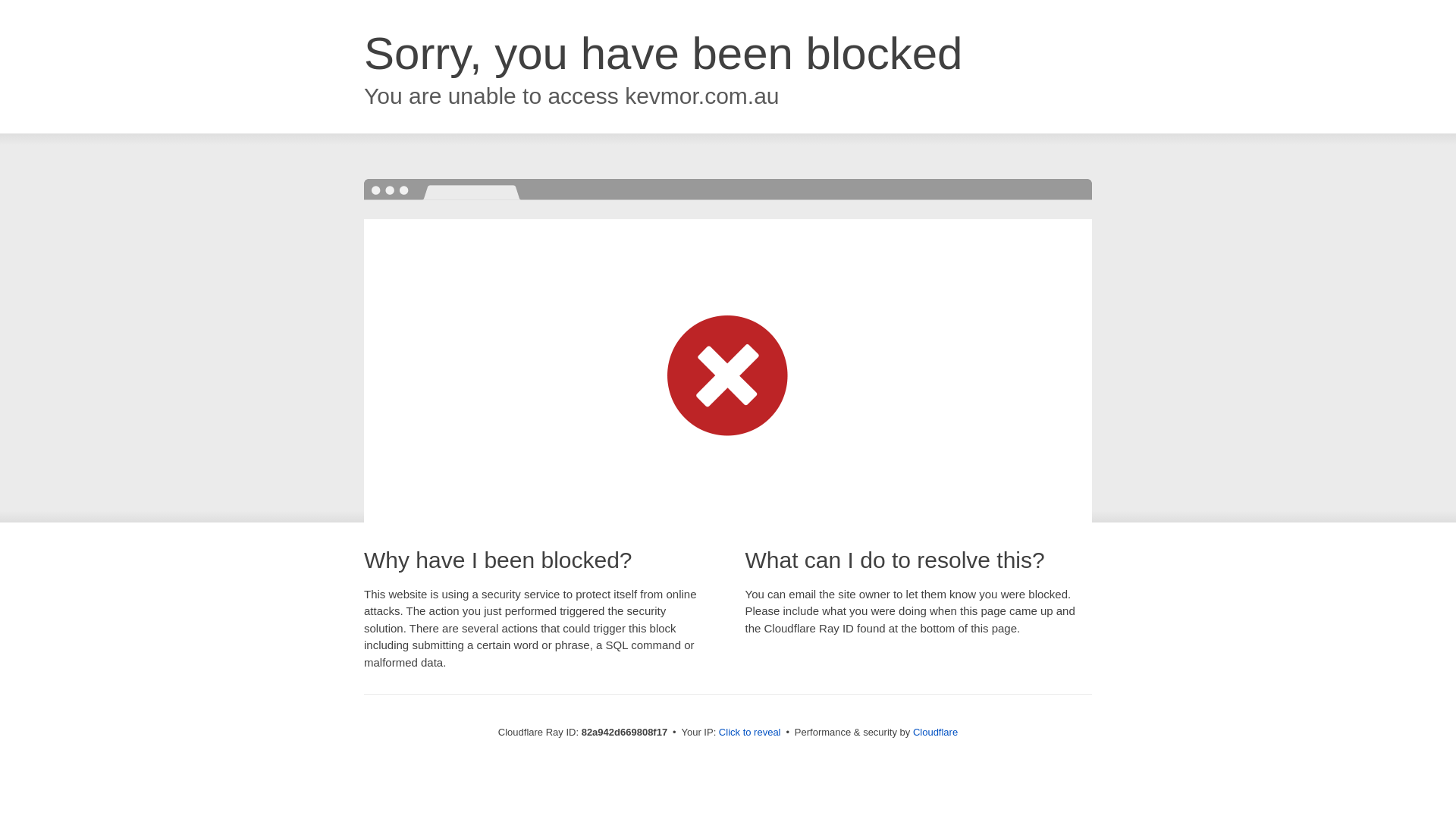 The height and width of the screenshot is (819, 1456). What do you see at coordinates (934, 731) in the screenshot?
I see `'Cloudflare'` at bounding box center [934, 731].